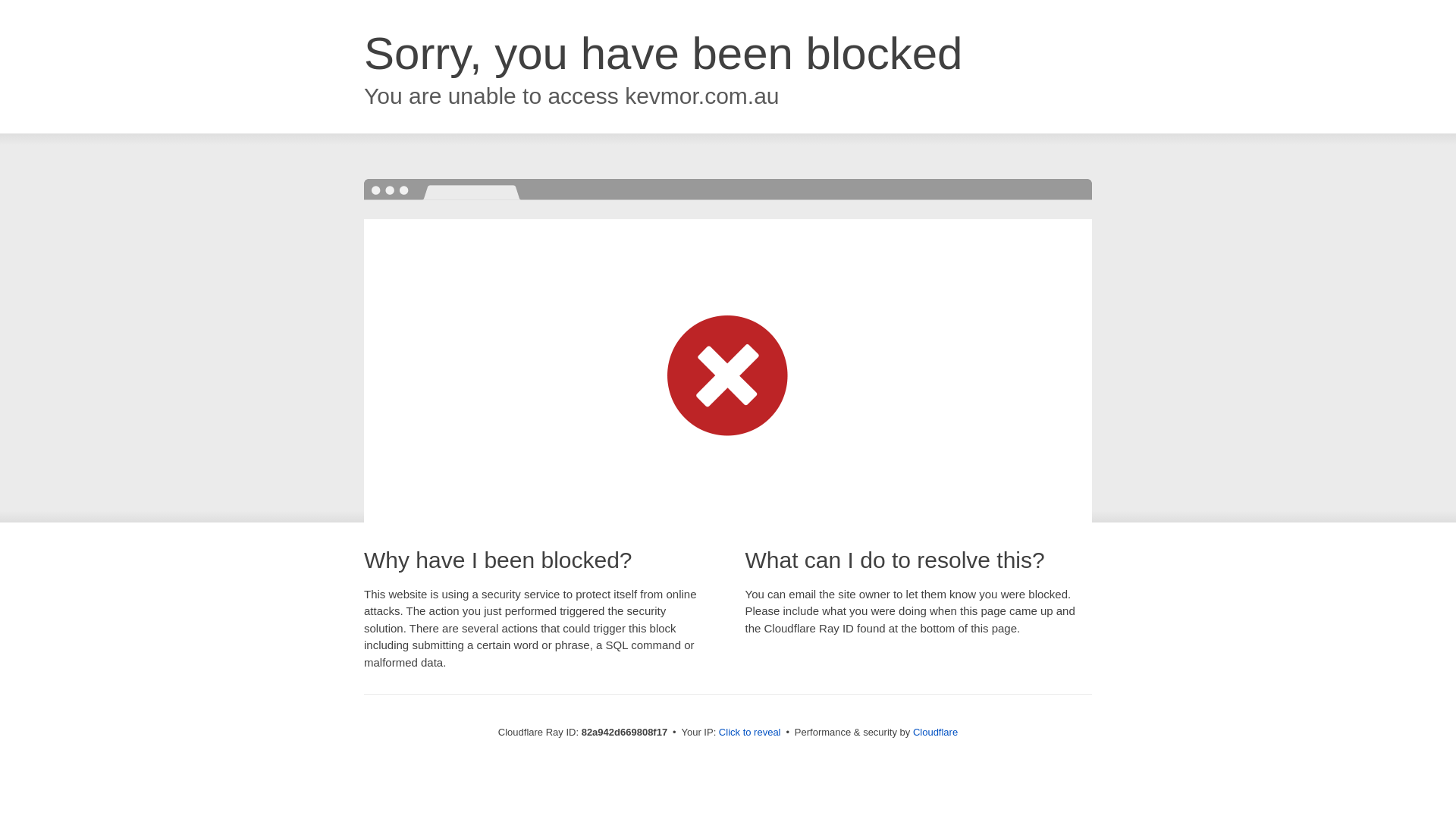 The height and width of the screenshot is (819, 1456). What do you see at coordinates (934, 731) in the screenshot?
I see `'Cloudflare'` at bounding box center [934, 731].